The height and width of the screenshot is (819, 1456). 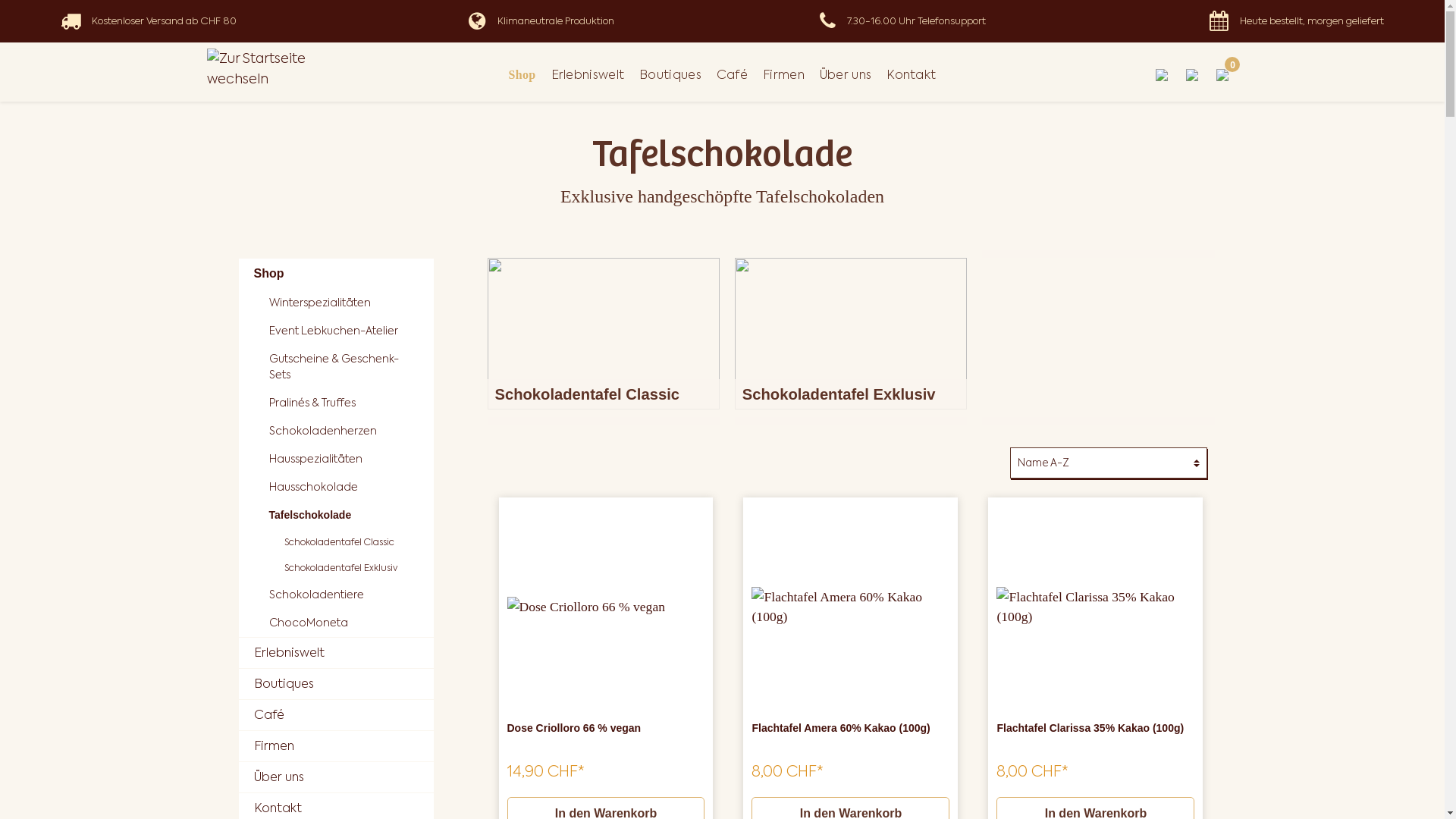 I want to click on '0', so click(x=1222, y=75).